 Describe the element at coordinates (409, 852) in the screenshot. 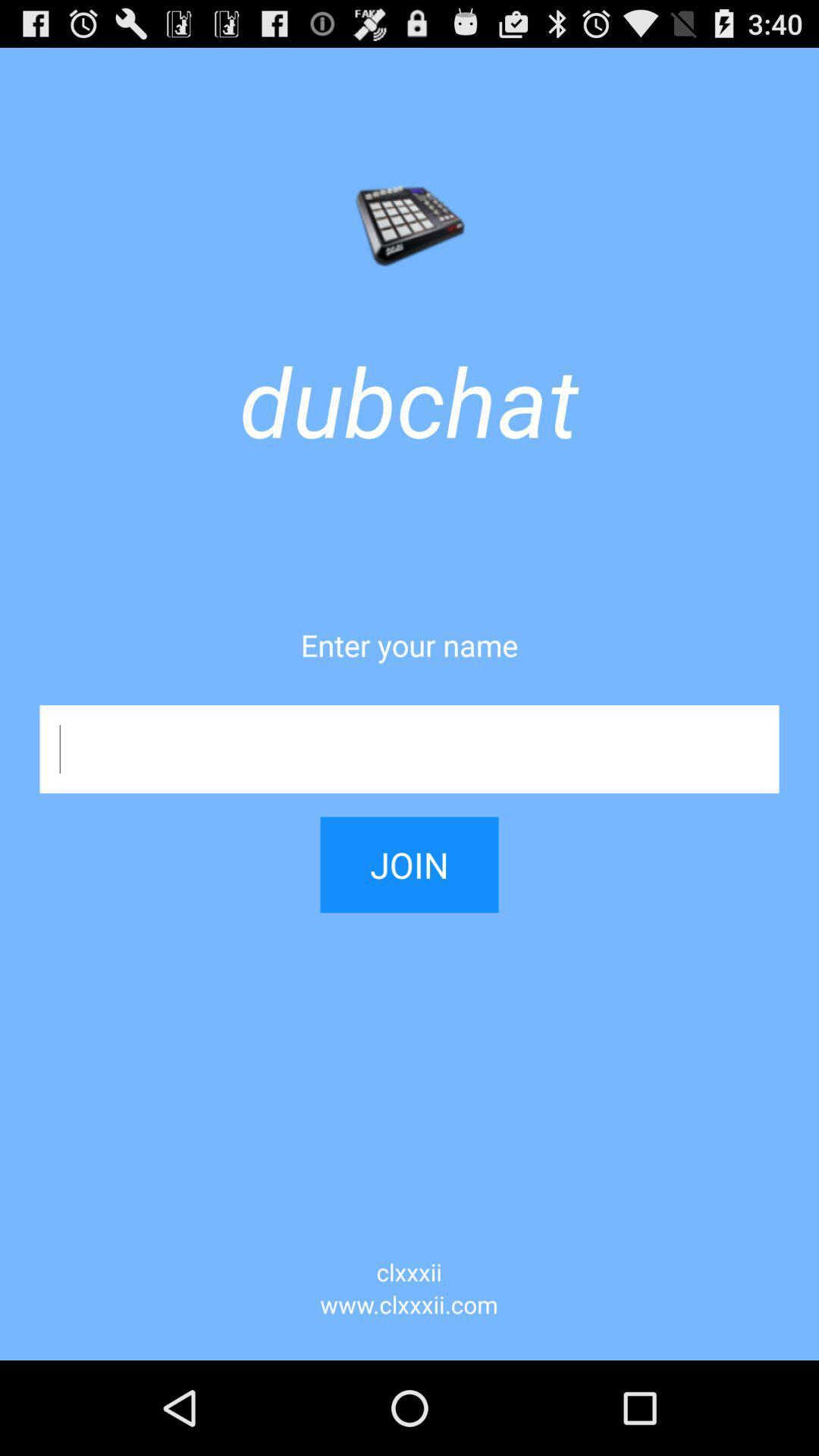

I see `item above the clxxxii icon` at that location.